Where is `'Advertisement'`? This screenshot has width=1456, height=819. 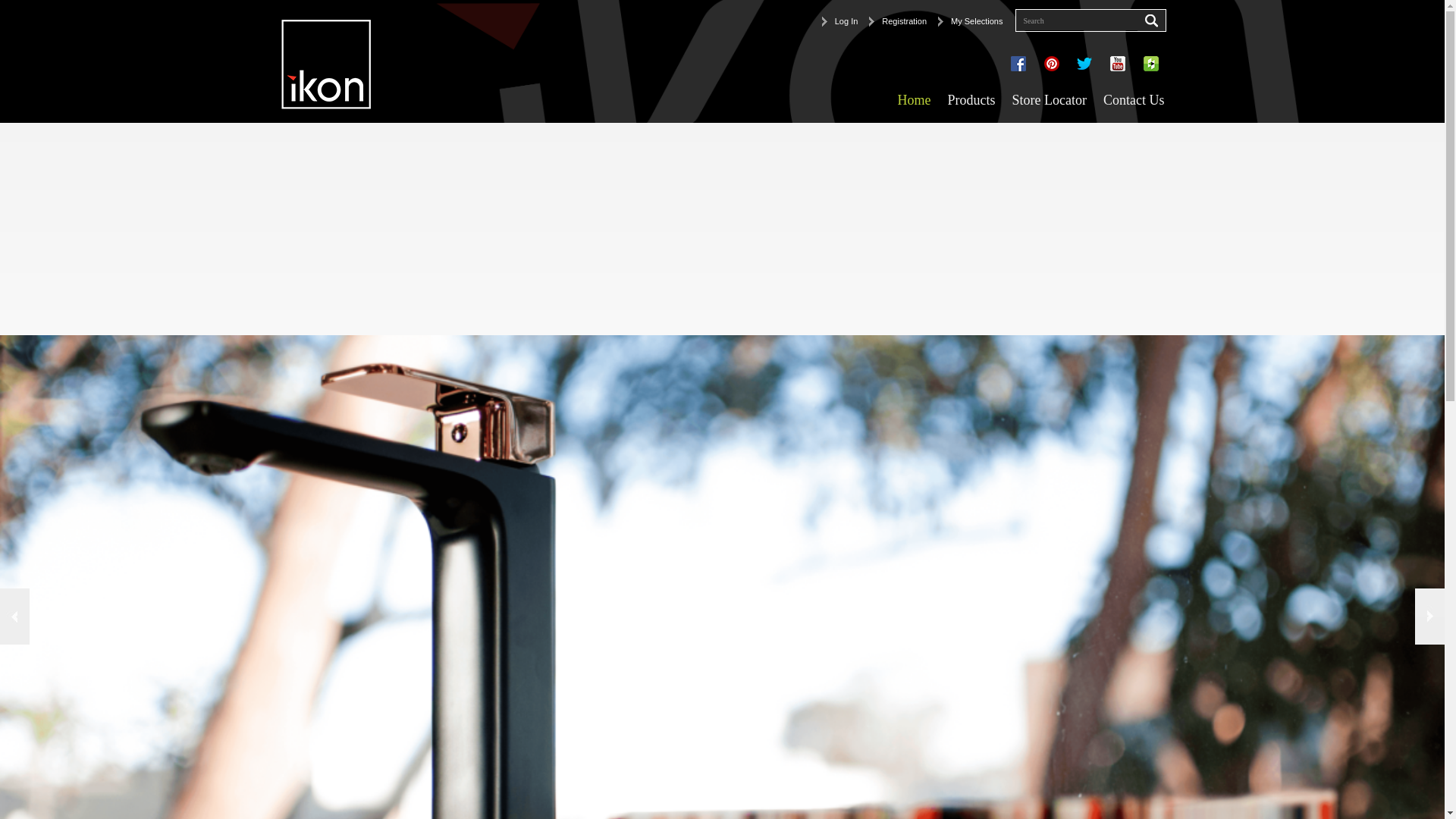
'Advertisement' is located at coordinates (454, 228).